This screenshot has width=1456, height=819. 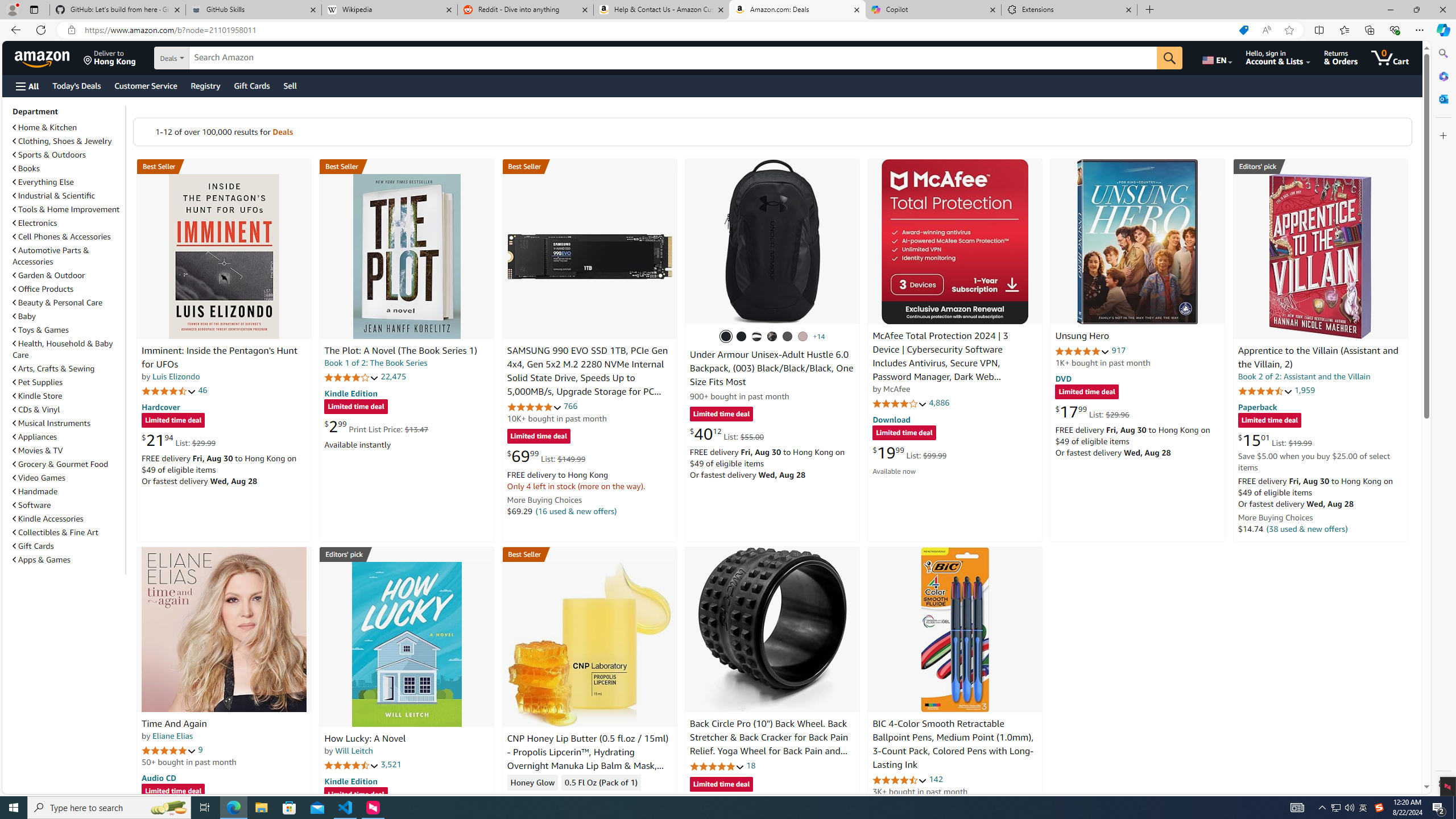 What do you see at coordinates (1092, 411) in the screenshot?
I see `'$17.99 List: $29.96'` at bounding box center [1092, 411].